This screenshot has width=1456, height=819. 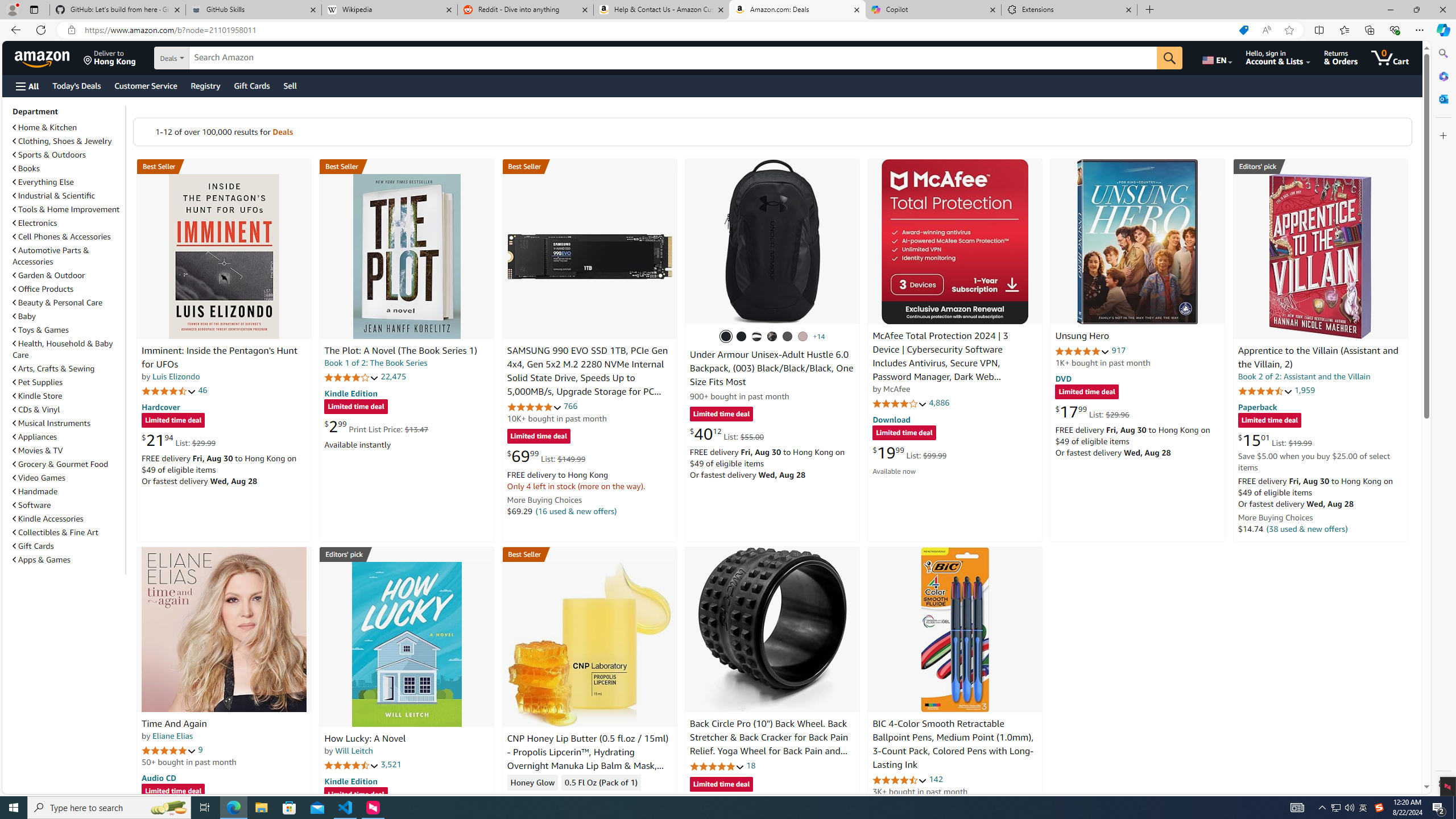 What do you see at coordinates (1092, 411) in the screenshot?
I see `'$17.99 List: $29.96'` at bounding box center [1092, 411].